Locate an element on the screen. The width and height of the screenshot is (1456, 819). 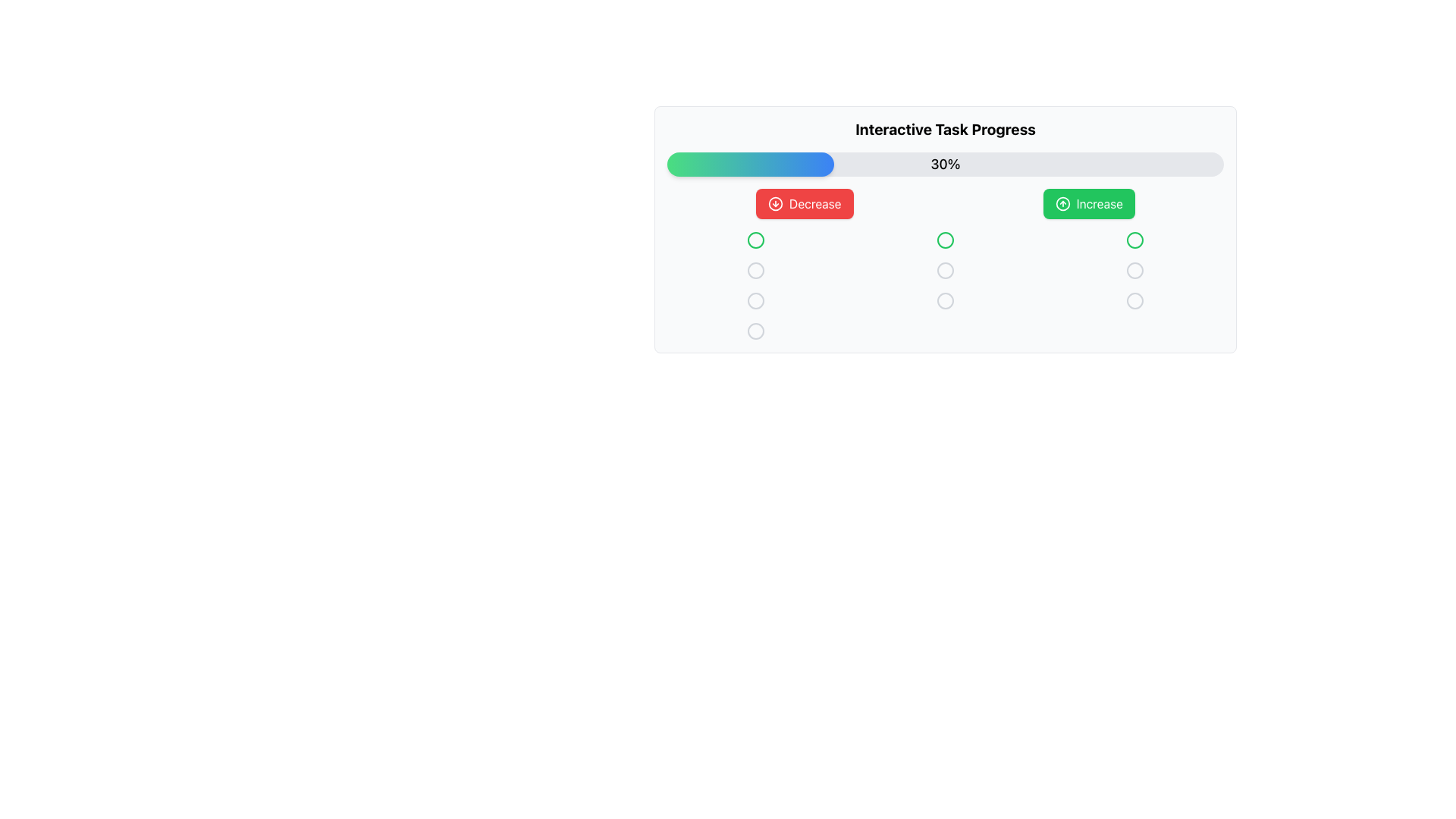
the standalone SVG circle element with a radius of 10 units, located in the right column of the central table below the 'Increase' button is located at coordinates (945, 270).